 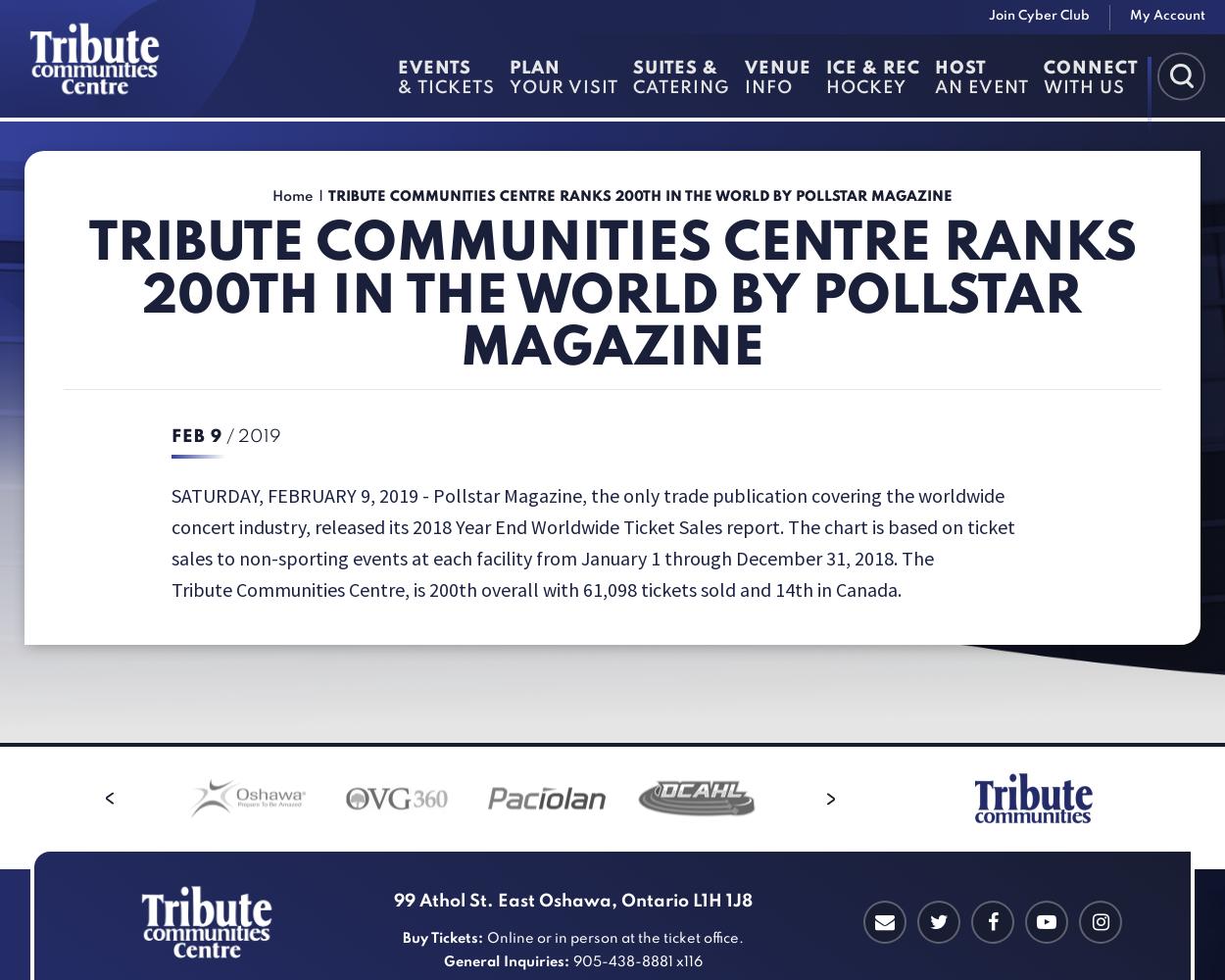 What do you see at coordinates (485, 937) in the screenshot?
I see `'Online or in person at the ticket office.'` at bounding box center [485, 937].